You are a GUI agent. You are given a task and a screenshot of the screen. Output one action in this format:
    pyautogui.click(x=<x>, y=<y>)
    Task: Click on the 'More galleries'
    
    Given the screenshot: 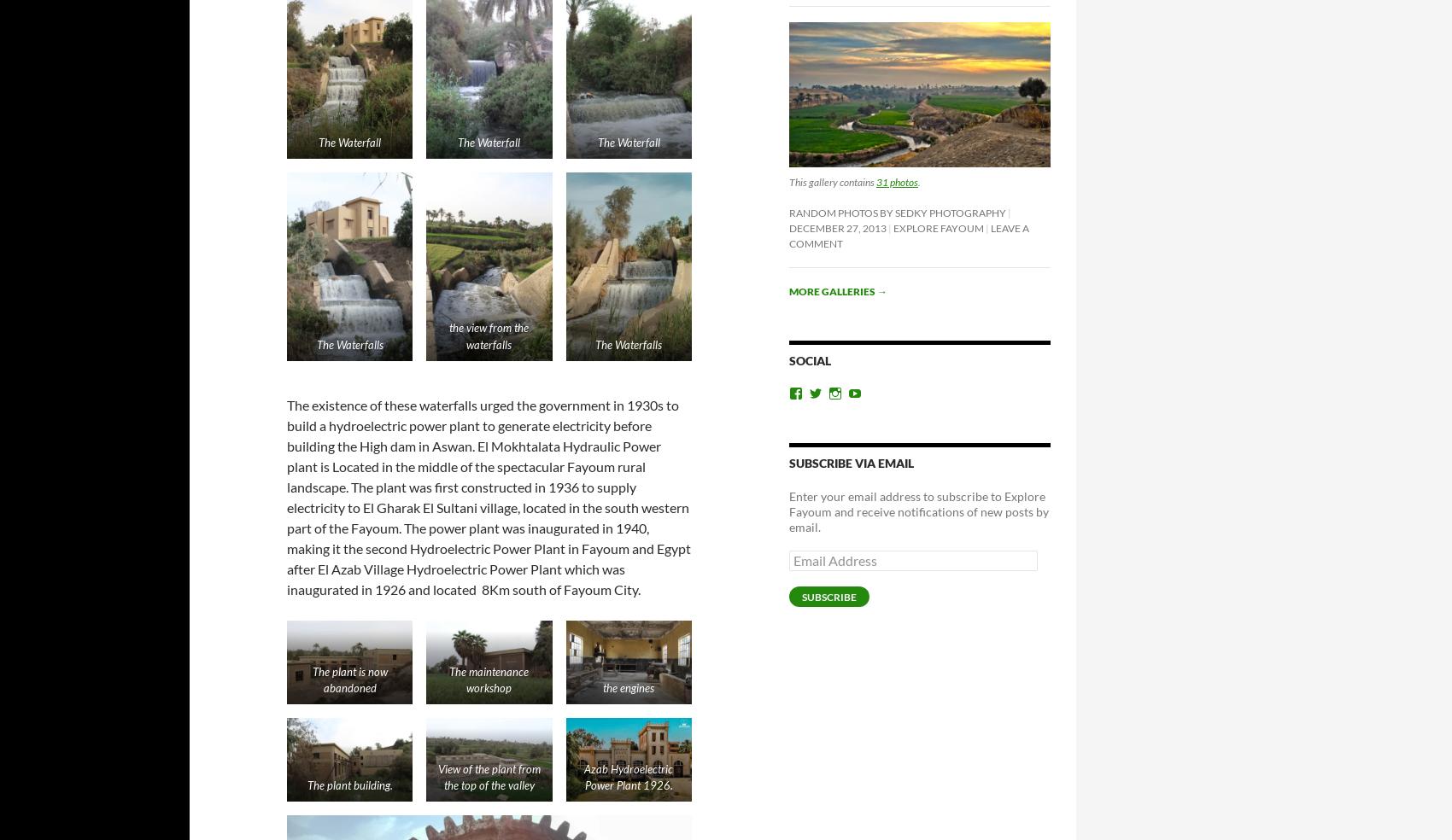 What is the action you would take?
    pyautogui.click(x=788, y=289)
    